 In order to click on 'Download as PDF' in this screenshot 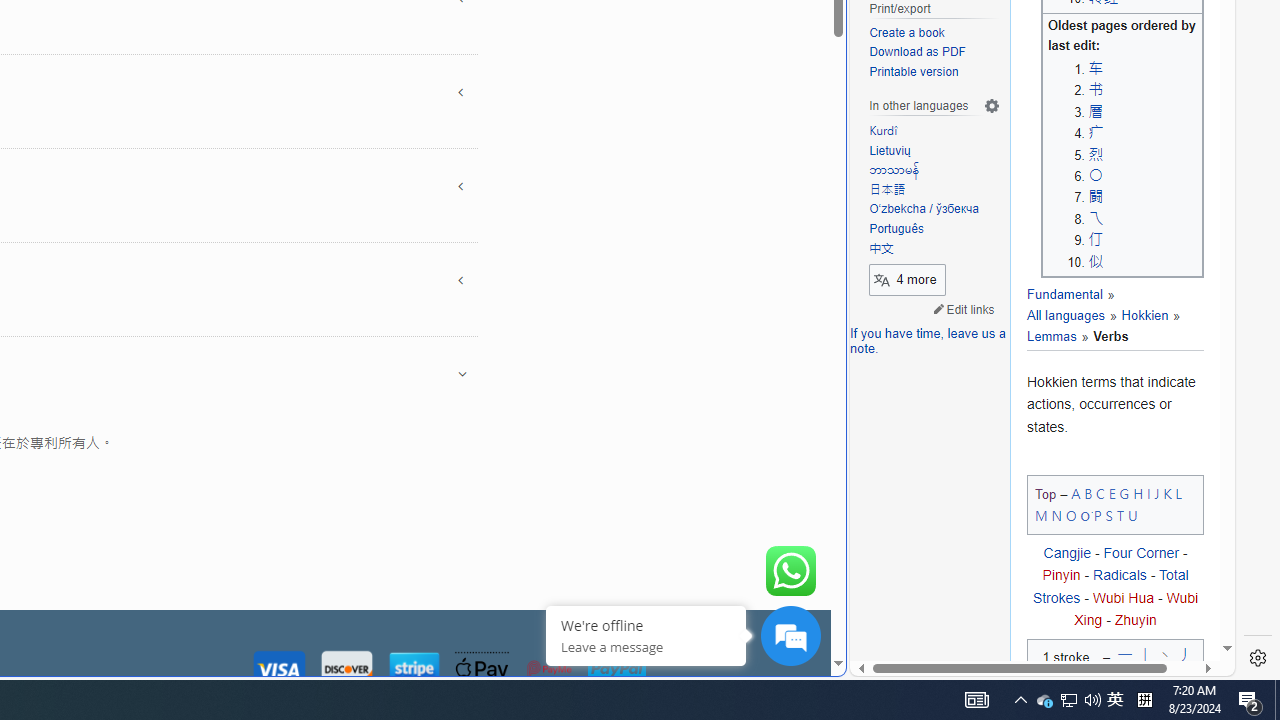, I will do `click(916, 51)`.